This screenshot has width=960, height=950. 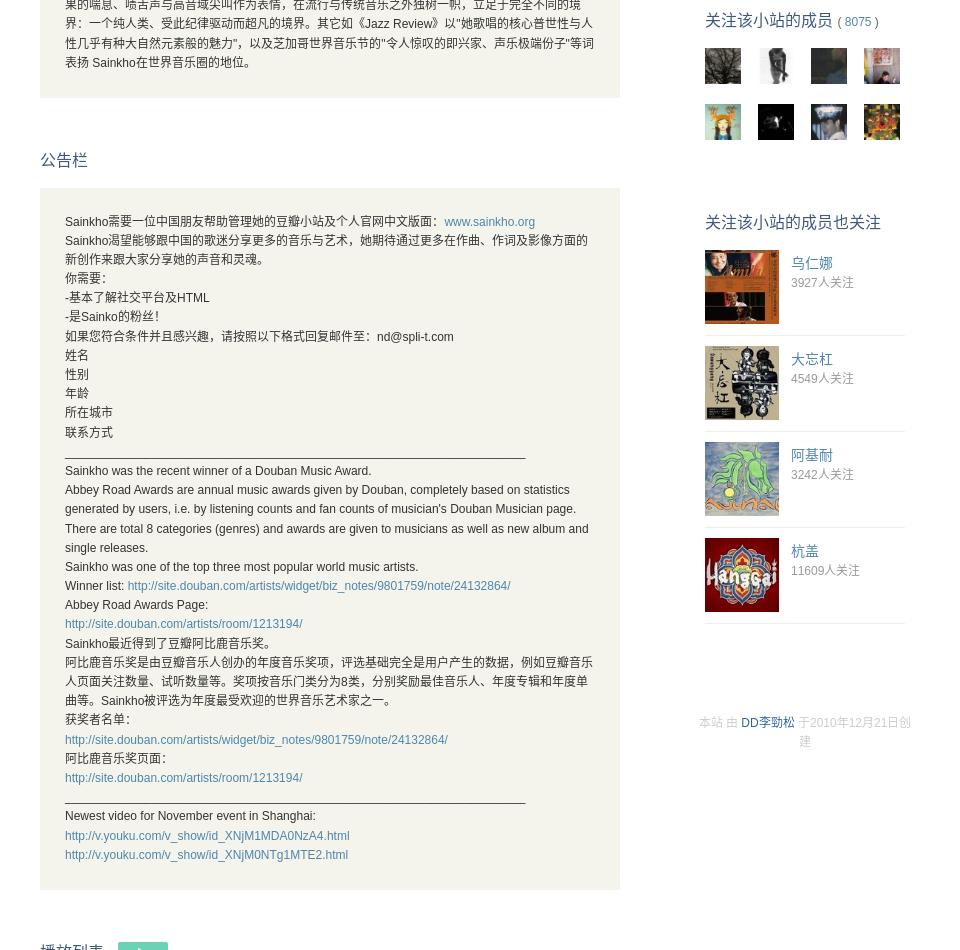 I want to click on 'Sainkho需要一位中国朋友帮助管理她的豆瓣小站及个人官网中文版面：', so click(x=253, y=220).